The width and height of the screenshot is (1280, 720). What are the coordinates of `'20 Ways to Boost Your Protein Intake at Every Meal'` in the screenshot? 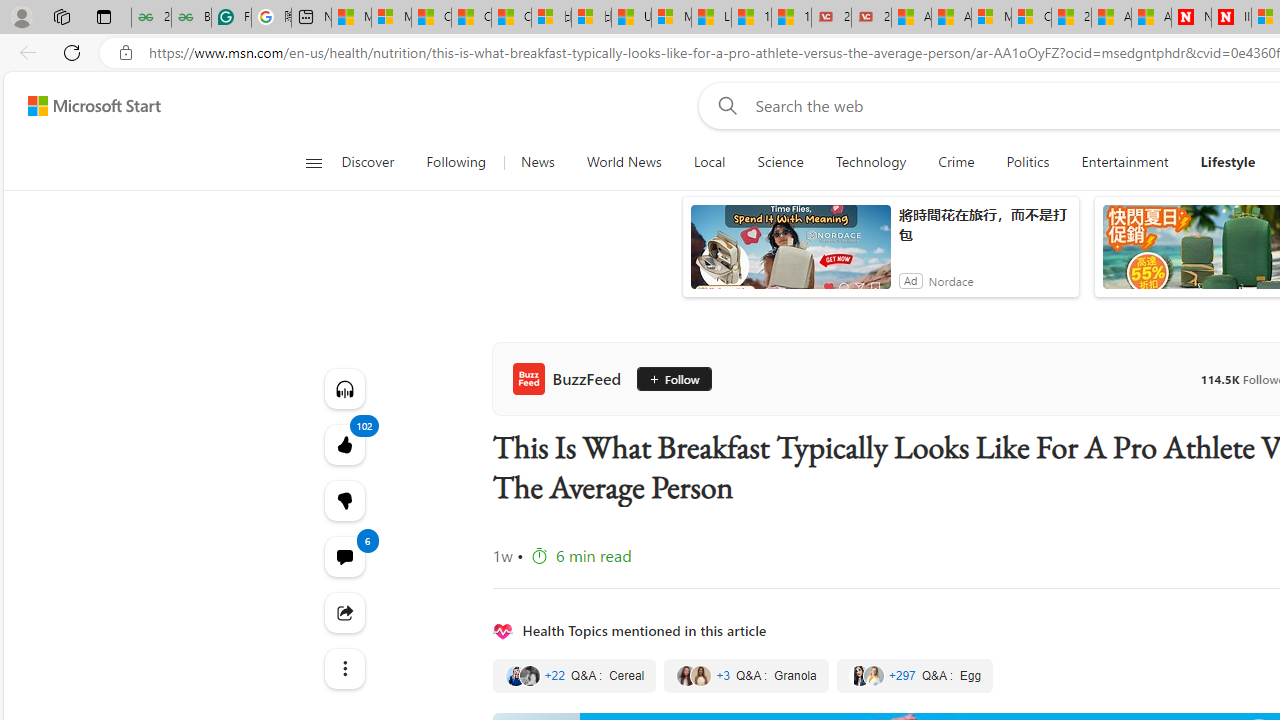 It's located at (1070, 17).